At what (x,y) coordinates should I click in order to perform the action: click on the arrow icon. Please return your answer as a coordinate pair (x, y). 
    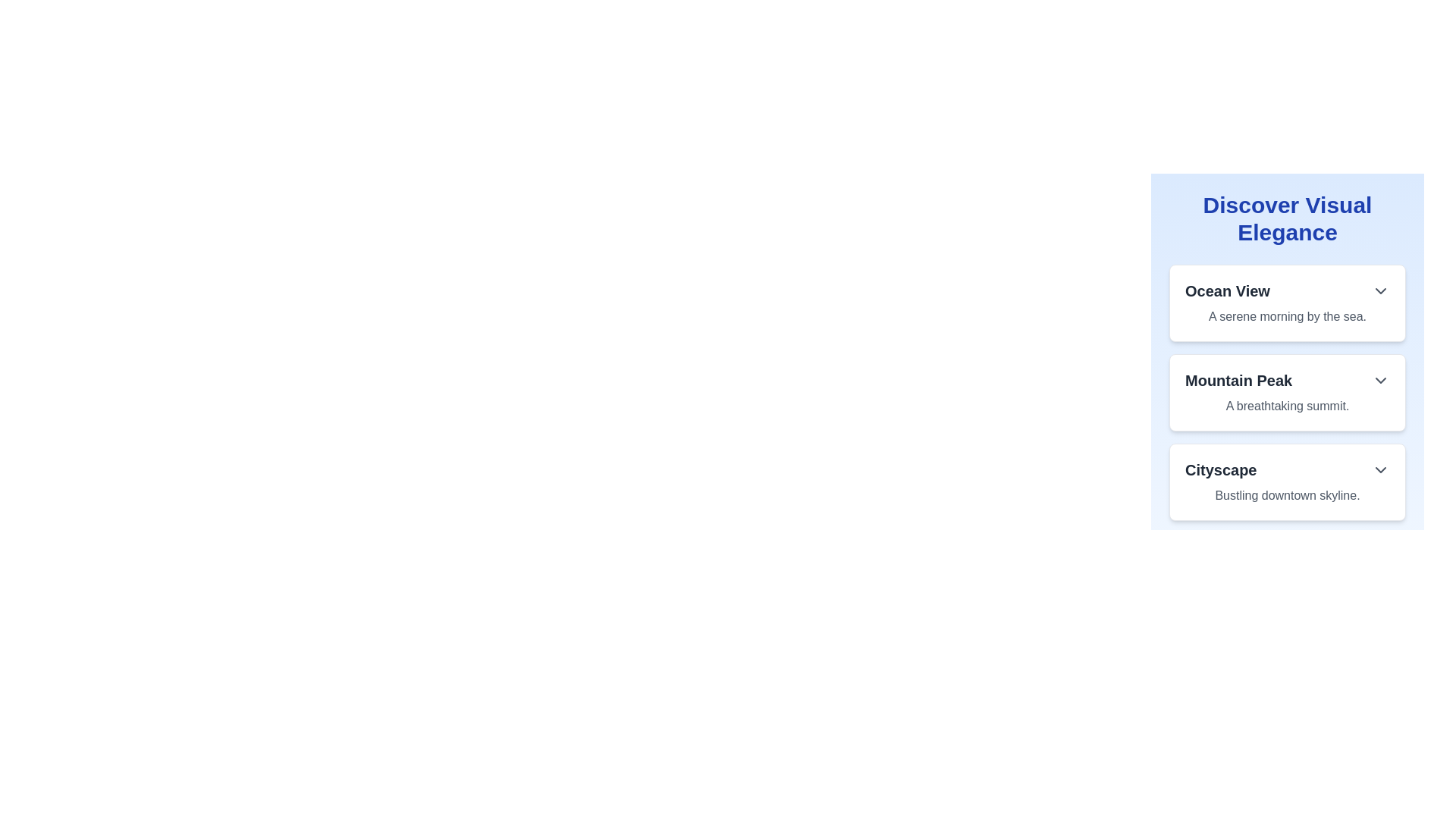
    Looking at the image, I should click on (1287, 391).